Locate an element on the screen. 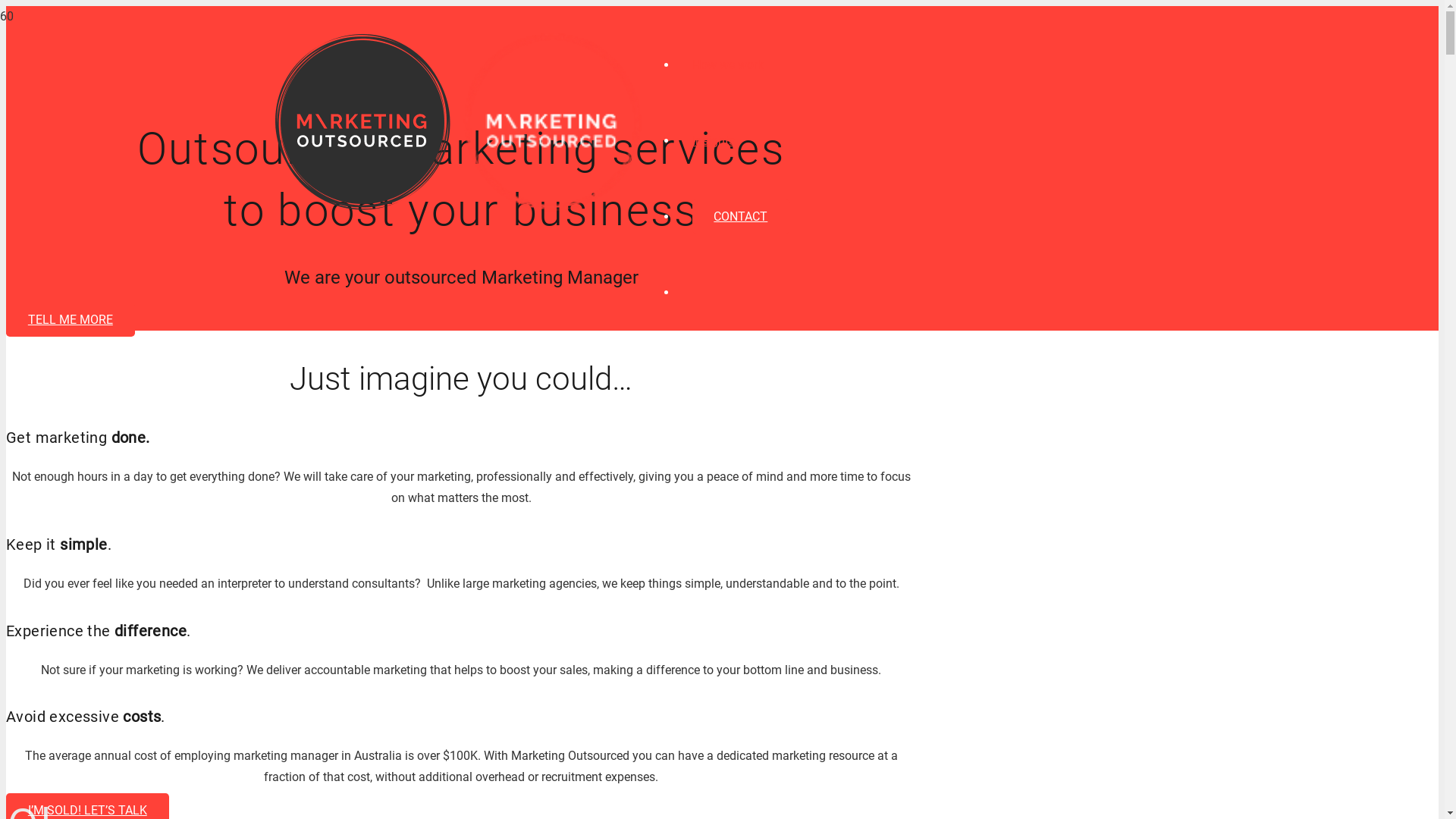 The width and height of the screenshot is (1456, 819). 'How we work' is located at coordinates (726, 64).